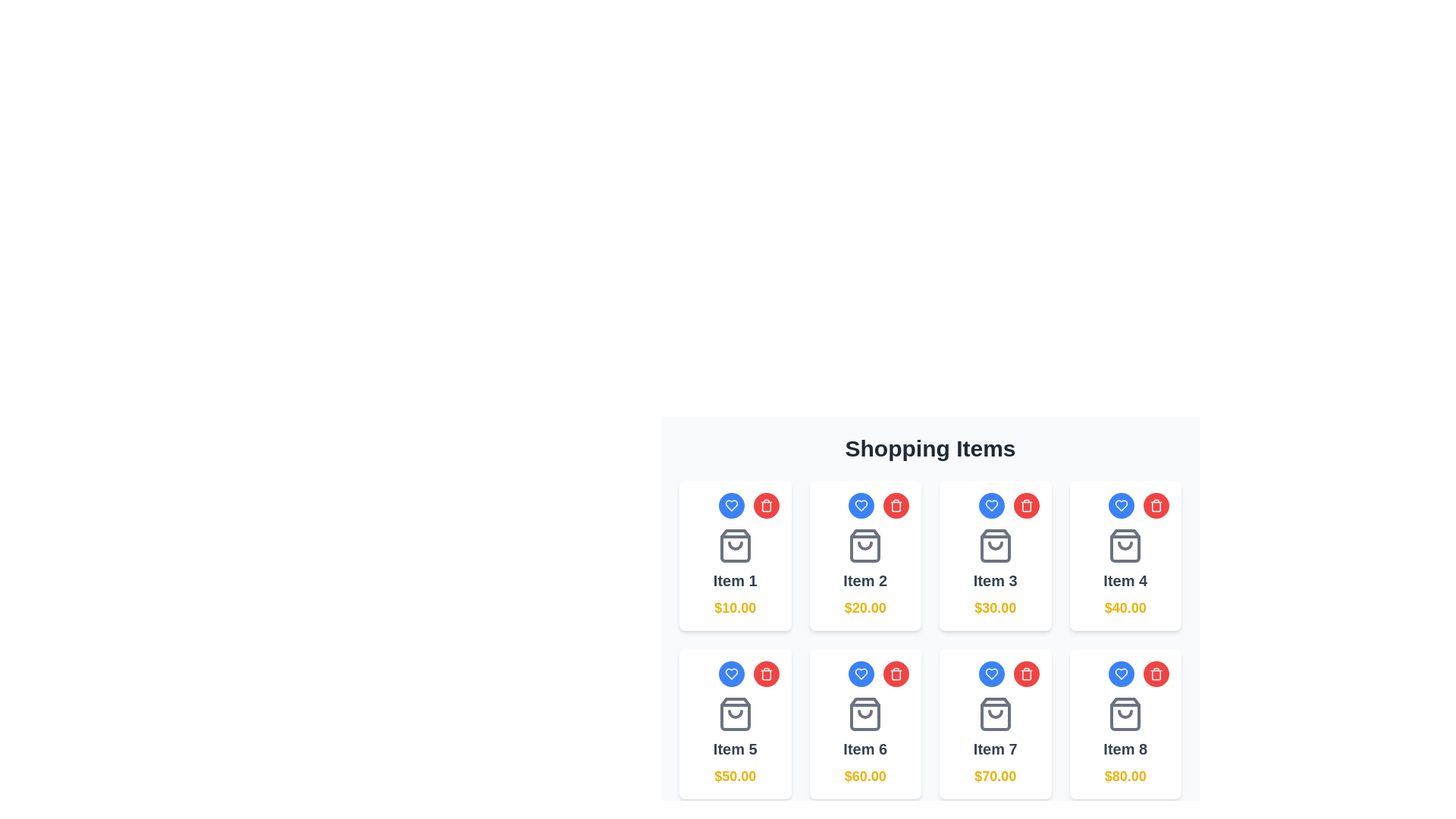 Image resolution: width=1456 pixels, height=819 pixels. I want to click on the shopping bag icon located in the 'Item 7' section of the shopping grid, positioned directly above the text '$70.00', so click(995, 714).